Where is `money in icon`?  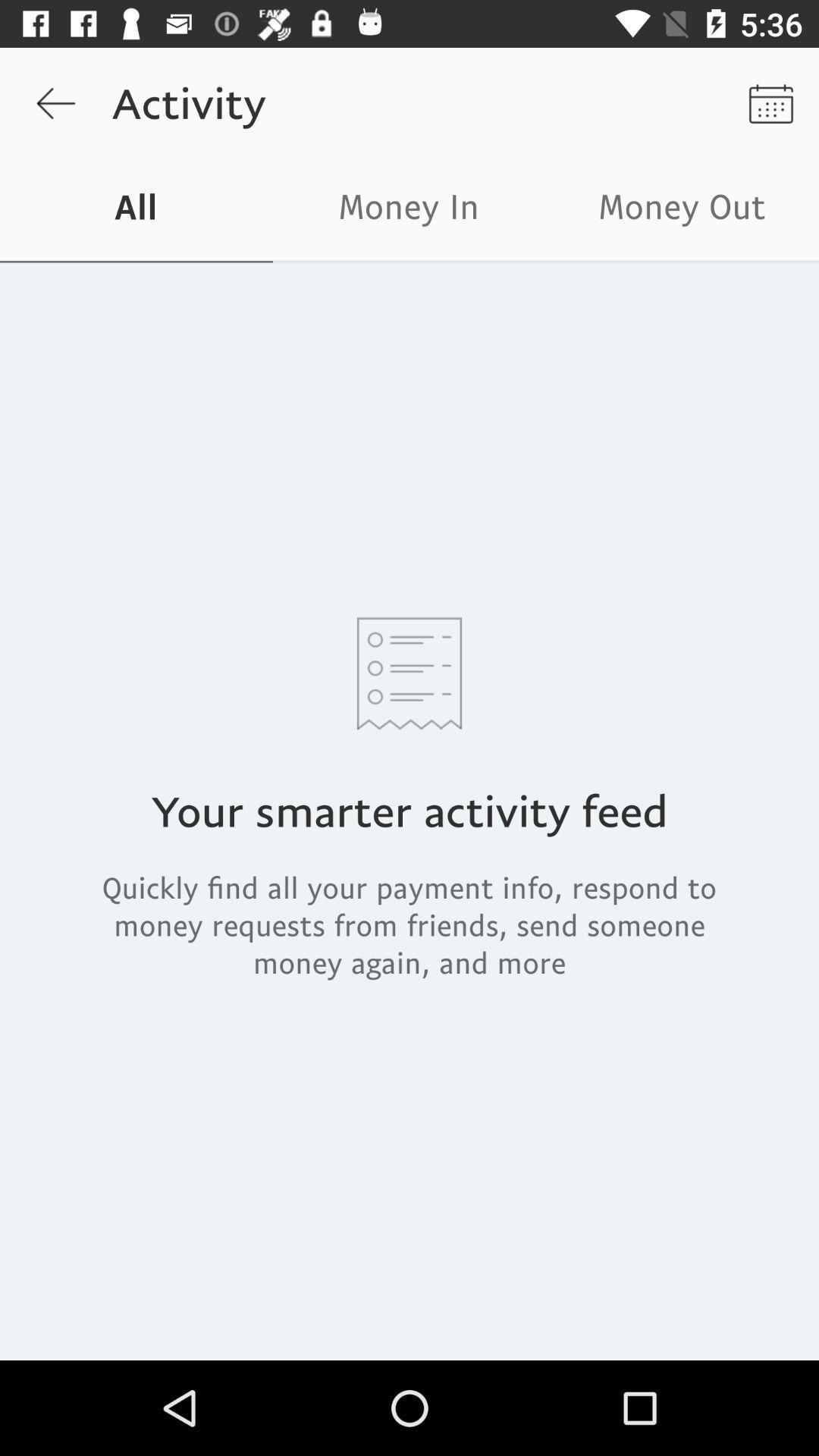 money in icon is located at coordinates (409, 210).